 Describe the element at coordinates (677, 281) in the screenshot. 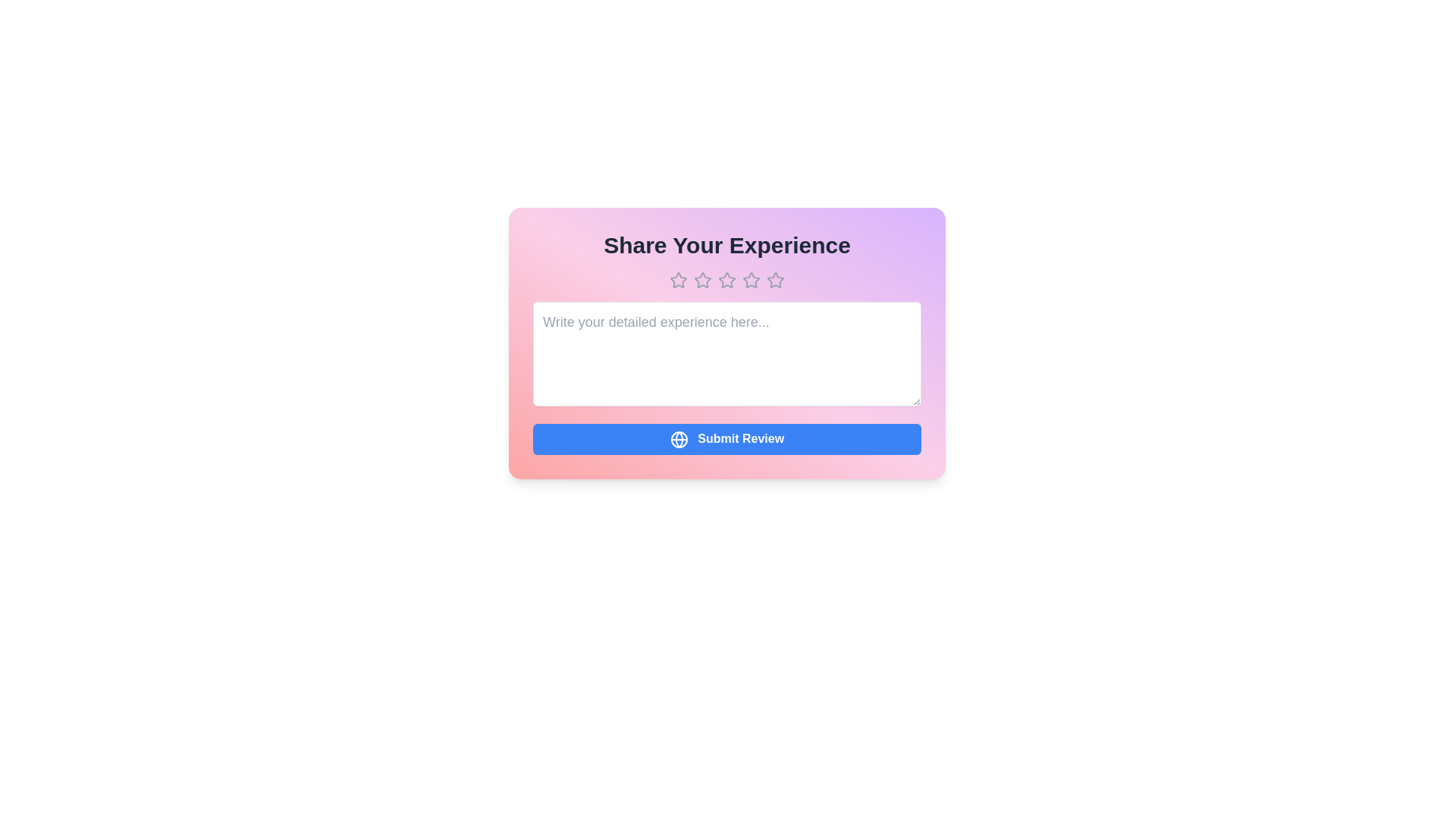

I see `the star corresponding to 1 stars to preview the rating` at that location.